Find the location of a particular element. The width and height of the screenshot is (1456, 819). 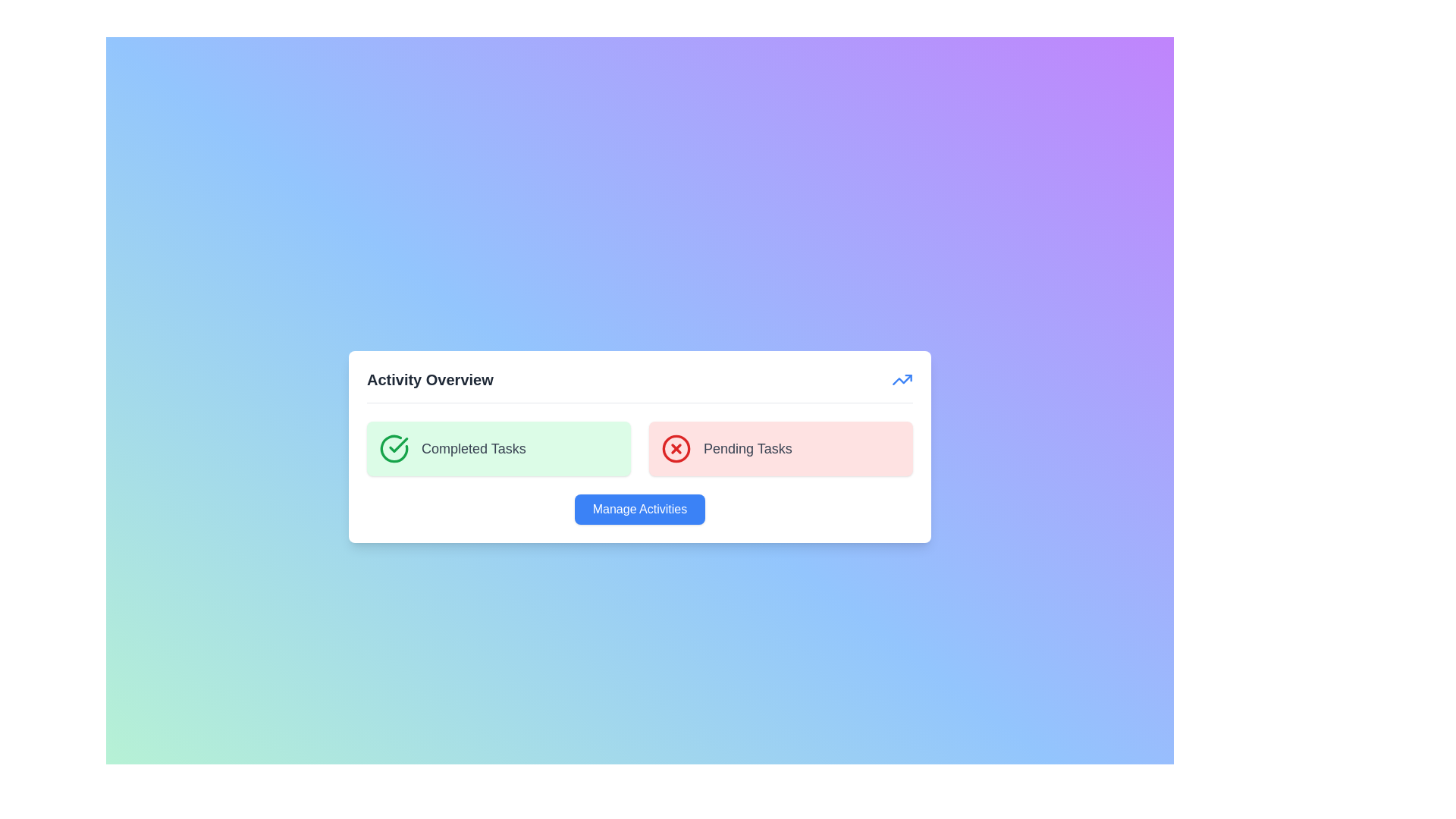

the status indicator icon representing completed tasks, located in the green panel on the left side of the 'Activity Overview' section, above the 'Completed Tasks' text is located at coordinates (398, 444).